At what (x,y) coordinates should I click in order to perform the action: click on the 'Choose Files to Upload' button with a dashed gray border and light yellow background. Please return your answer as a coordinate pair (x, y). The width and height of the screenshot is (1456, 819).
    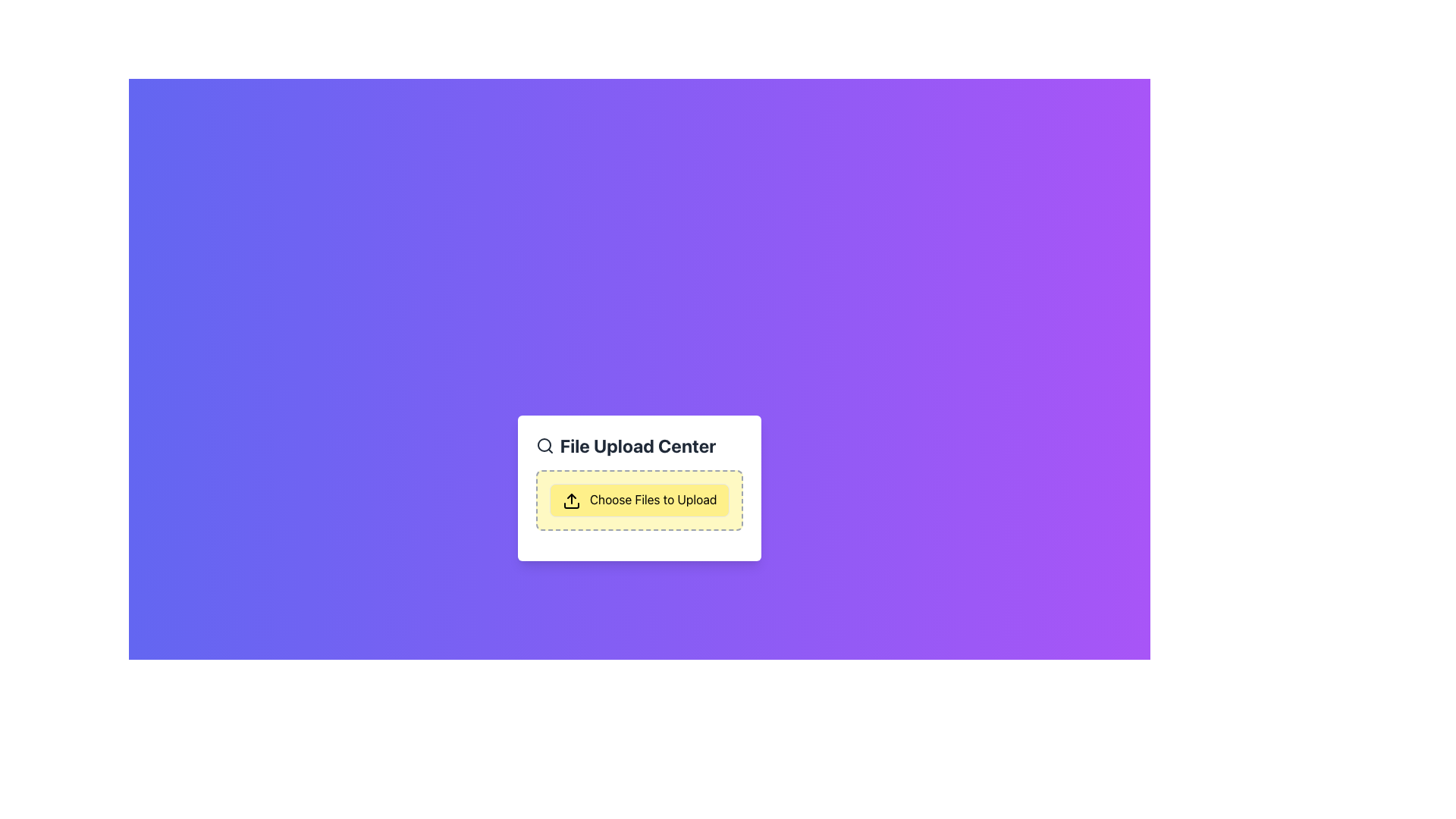
    Looking at the image, I should click on (639, 500).